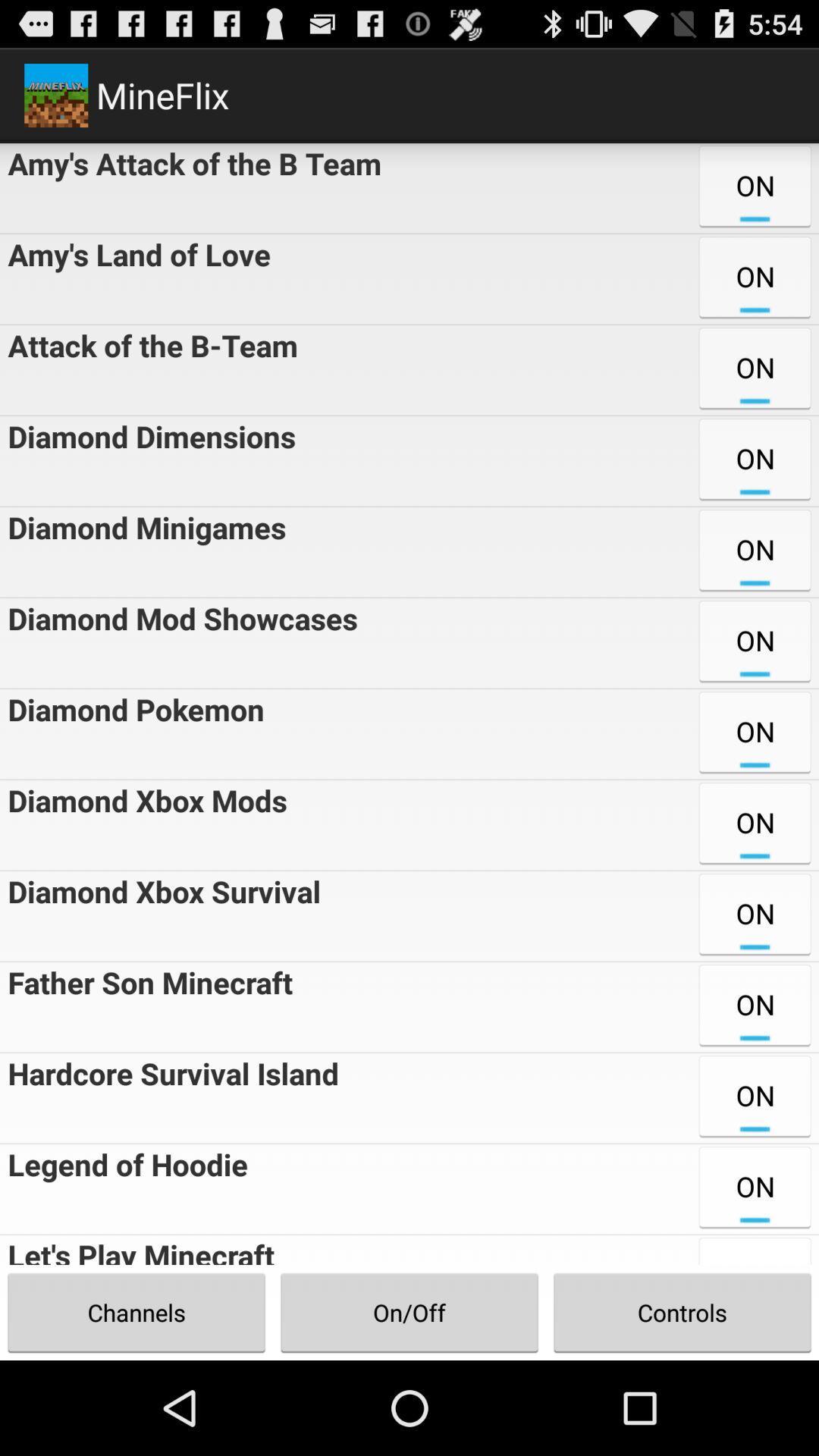 The image size is (819, 1456). Describe the element at coordinates (143, 551) in the screenshot. I see `the item below the diamond dimensions` at that location.